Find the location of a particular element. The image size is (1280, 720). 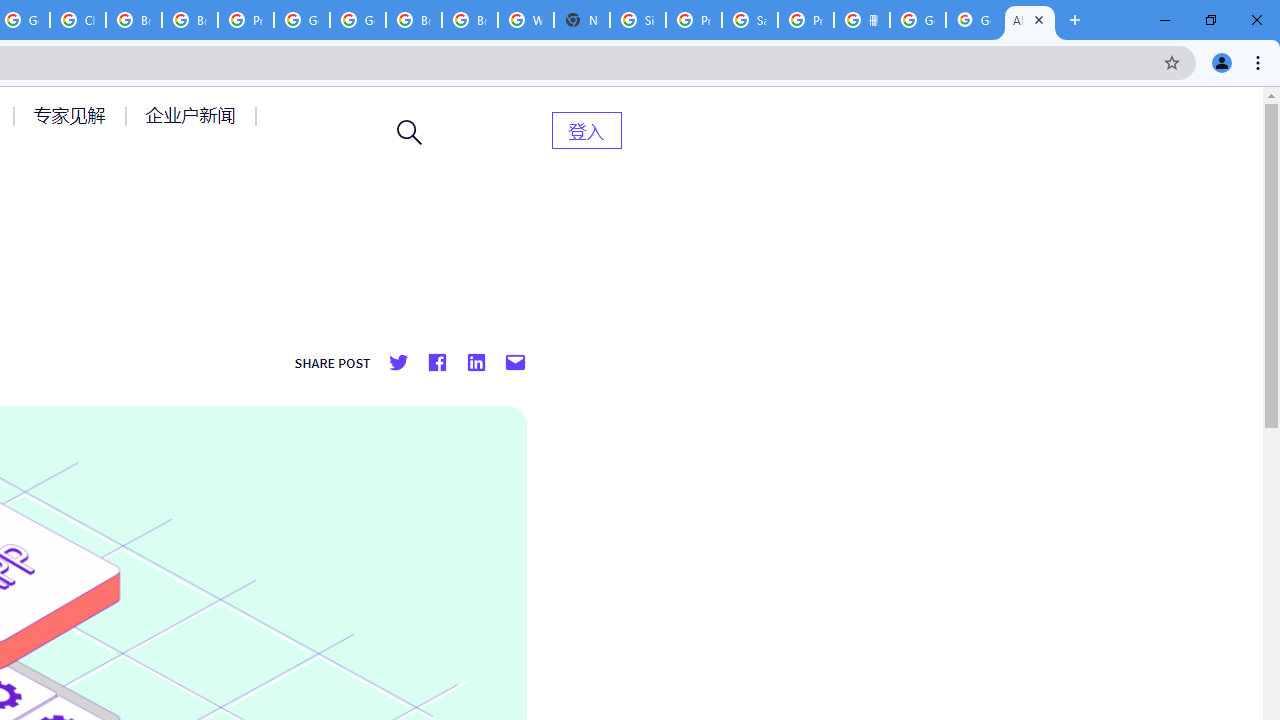

'AutomationID: menu-item-77764' is located at coordinates (72, 115).